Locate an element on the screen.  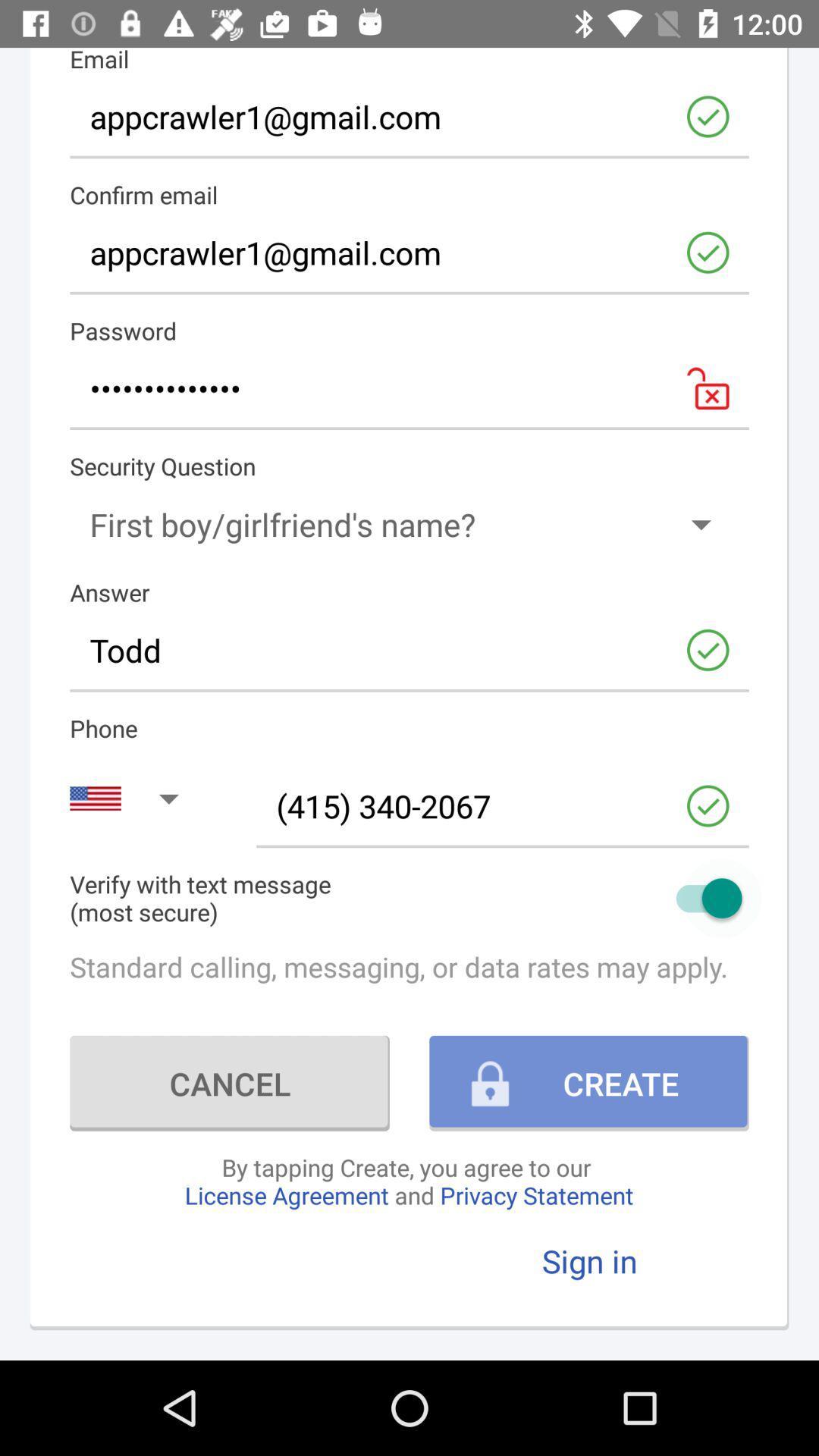
item below (415) 340-2067 icon is located at coordinates (409, 898).